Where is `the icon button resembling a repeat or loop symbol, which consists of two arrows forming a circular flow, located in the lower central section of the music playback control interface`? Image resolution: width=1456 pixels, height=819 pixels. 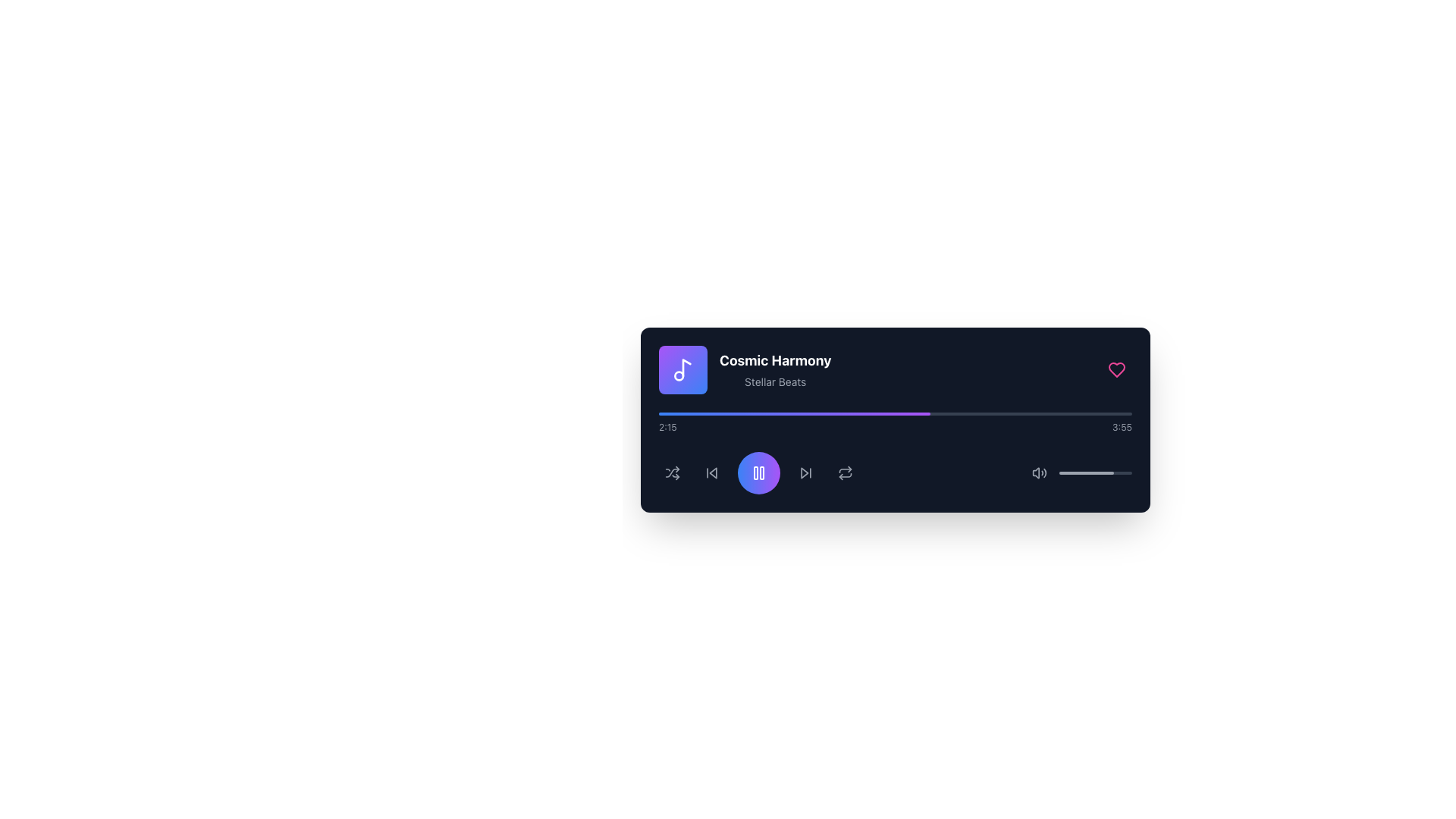 the icon button resembling a repeat or loop symbol, which consists of two arrows forming a circular flow, located in the lower central section of the music playback control interface is located at coordinates (844, 472).